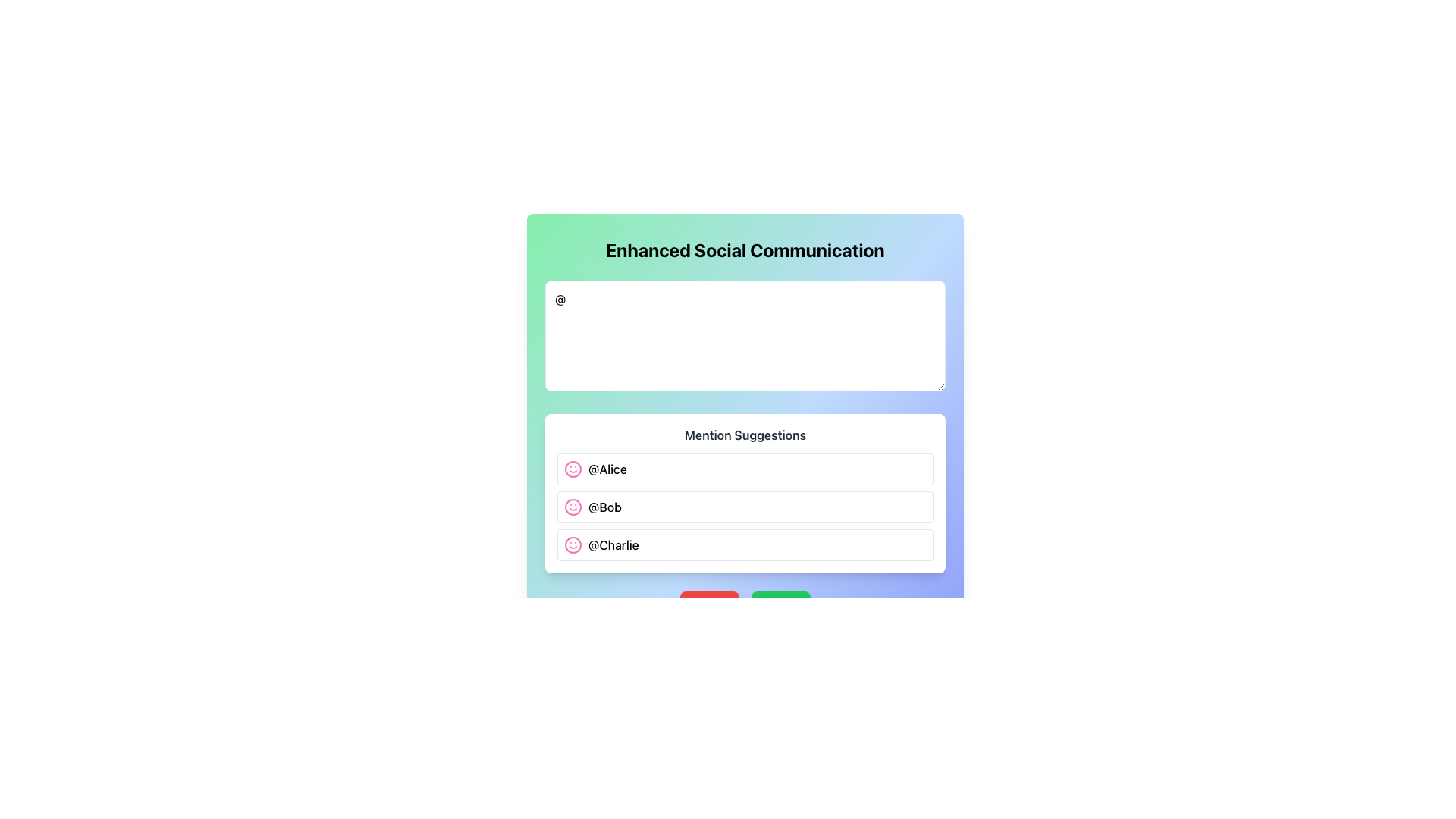  Describe the element at coordinates (572, 544) in the screenshot. I see `visual details of the icon representing the status or emotion for the '@Charlie' mention suggestion, located at the leftmost part of the suggestion item` at that location.